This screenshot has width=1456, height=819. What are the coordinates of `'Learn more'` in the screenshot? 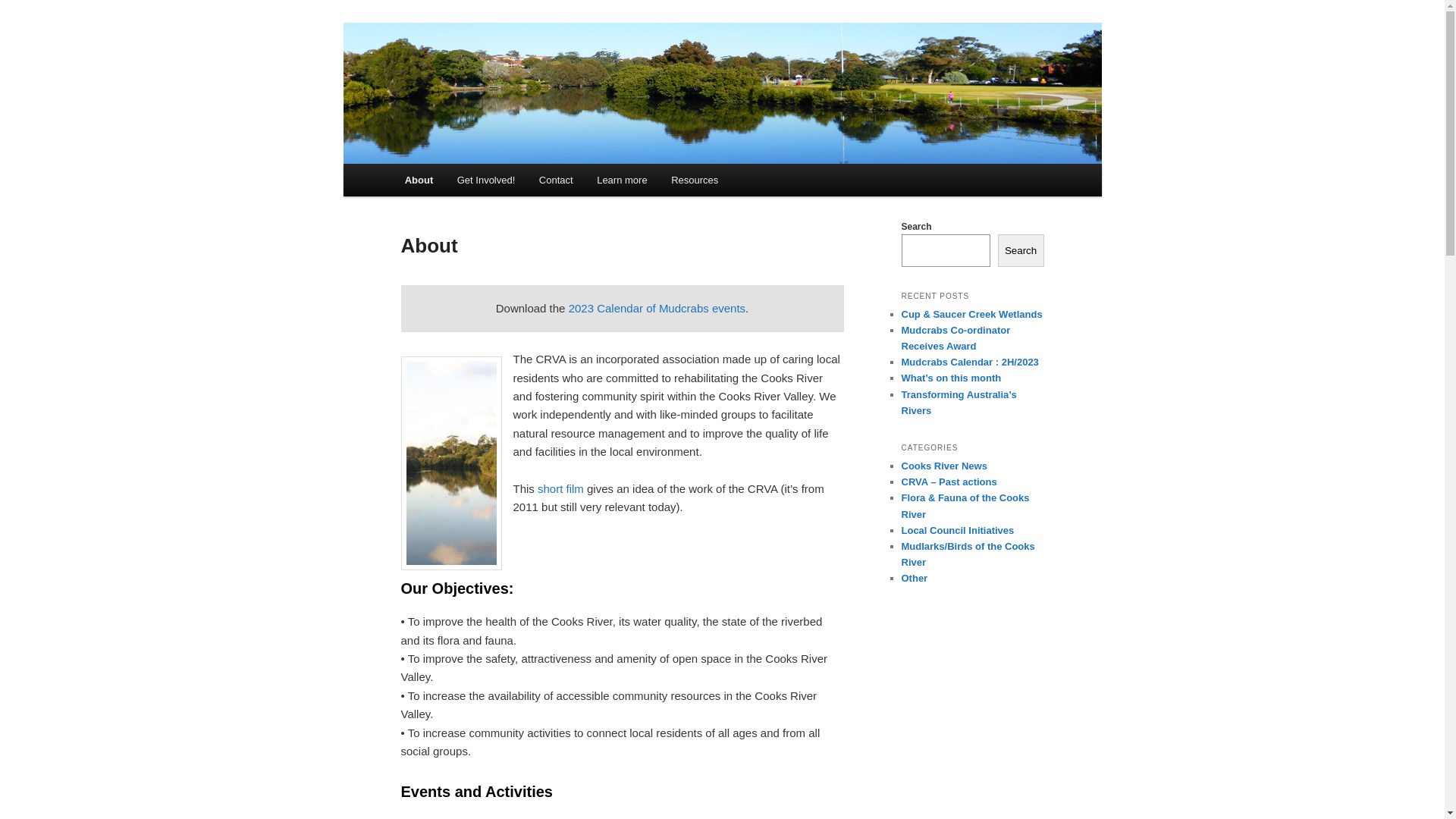 It's located at (622, 179).